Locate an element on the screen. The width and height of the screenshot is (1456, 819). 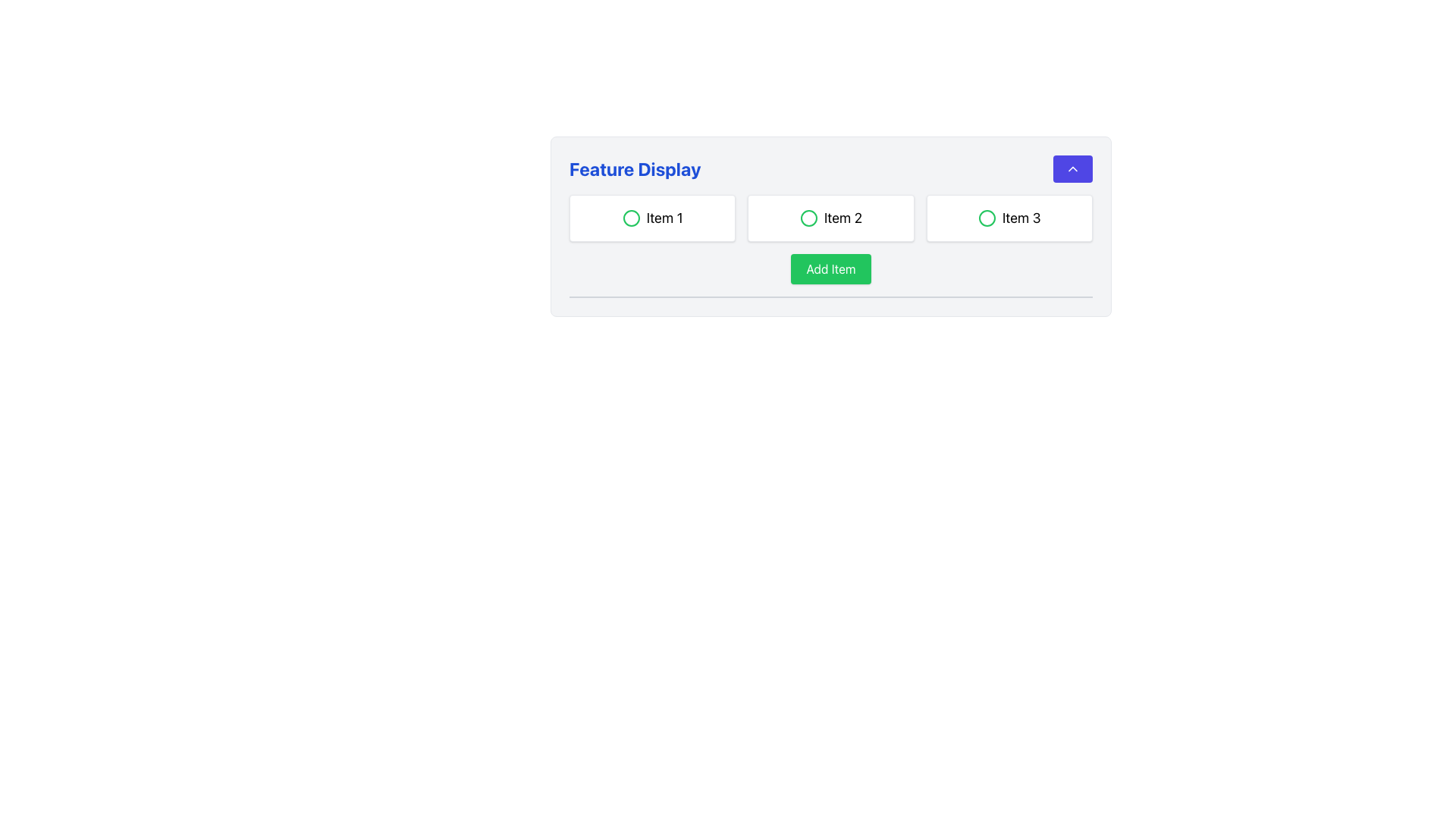
the green circular icon with a hollow center located to the left of the text 'Item 2' is located at coordinates (808, 218).